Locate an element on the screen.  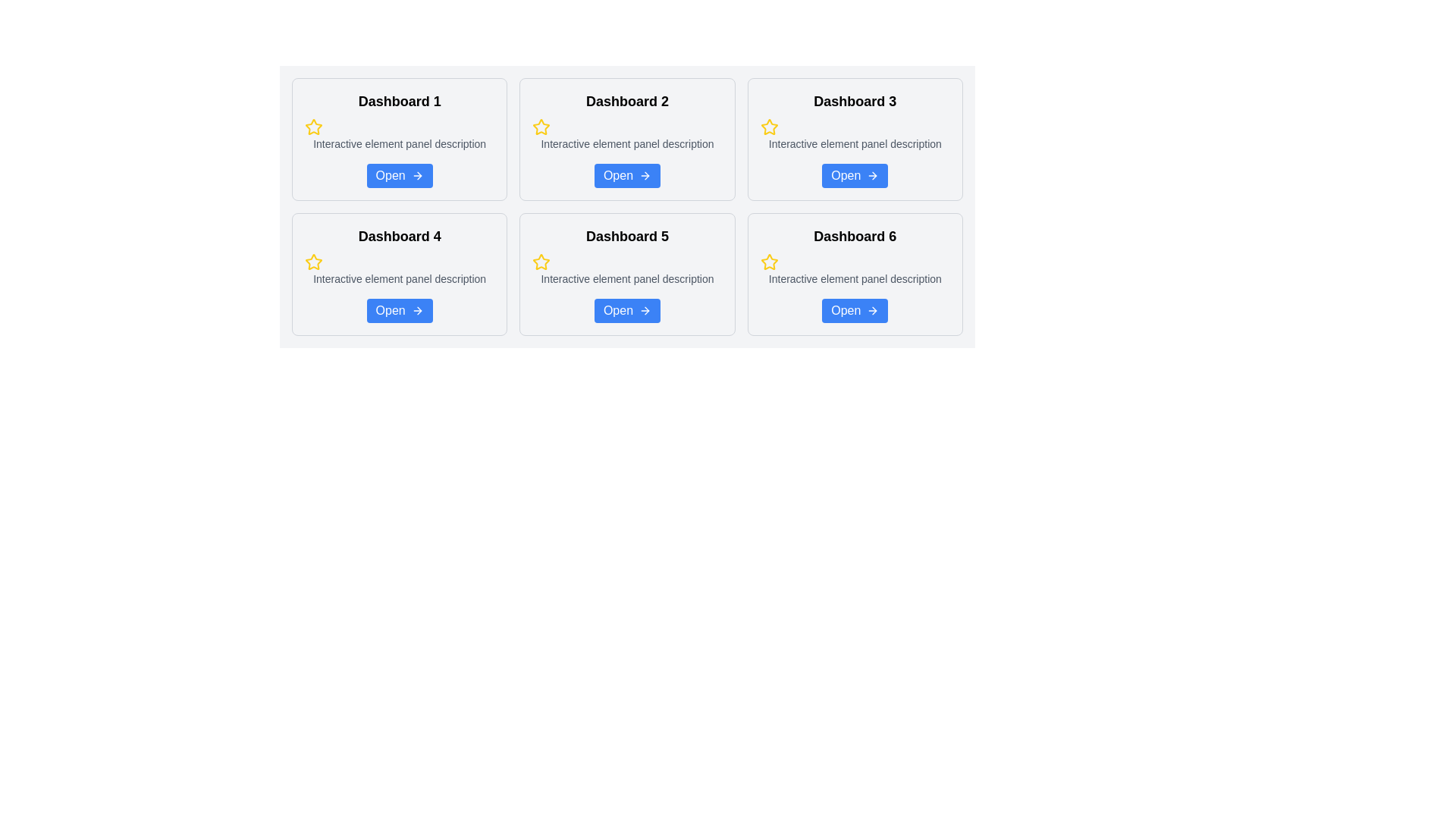
the button located below the text 'Dashboard 3' is located at coordinates (855, 174).